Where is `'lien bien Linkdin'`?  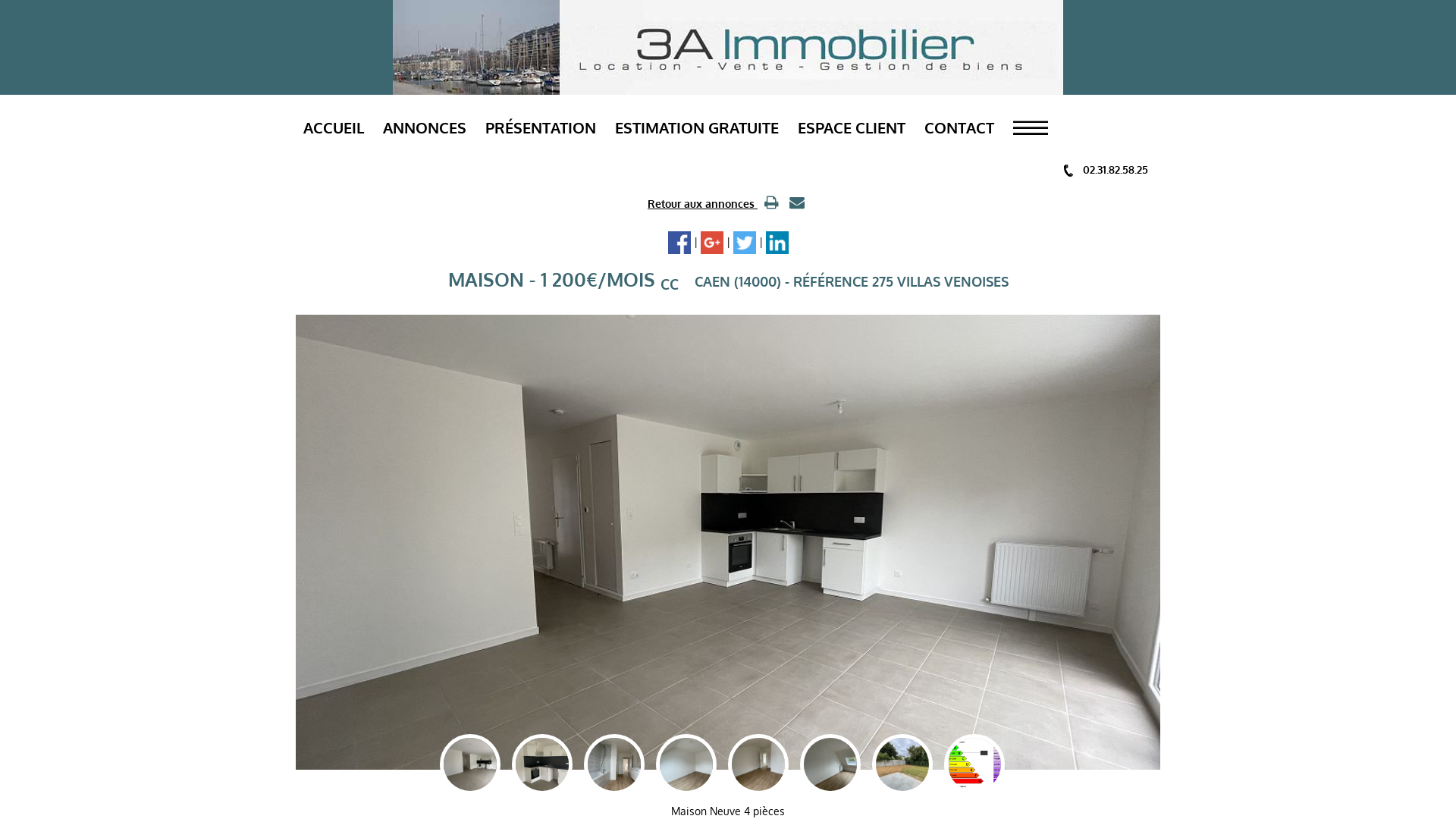
'lien bien Linkdin' is located at coordinates (777, 242).